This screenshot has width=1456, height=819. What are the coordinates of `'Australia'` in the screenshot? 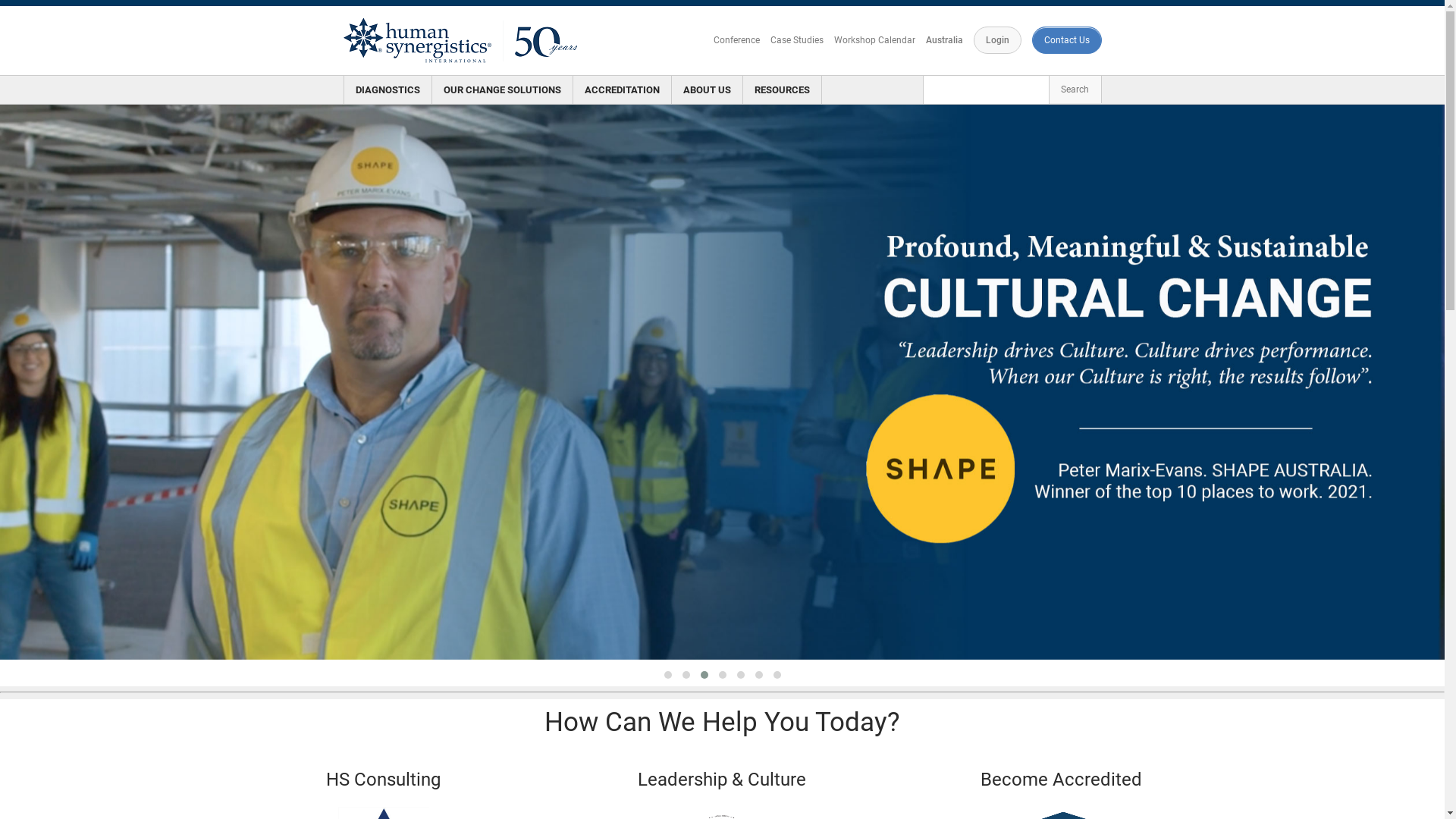 It's located at (943, 39).